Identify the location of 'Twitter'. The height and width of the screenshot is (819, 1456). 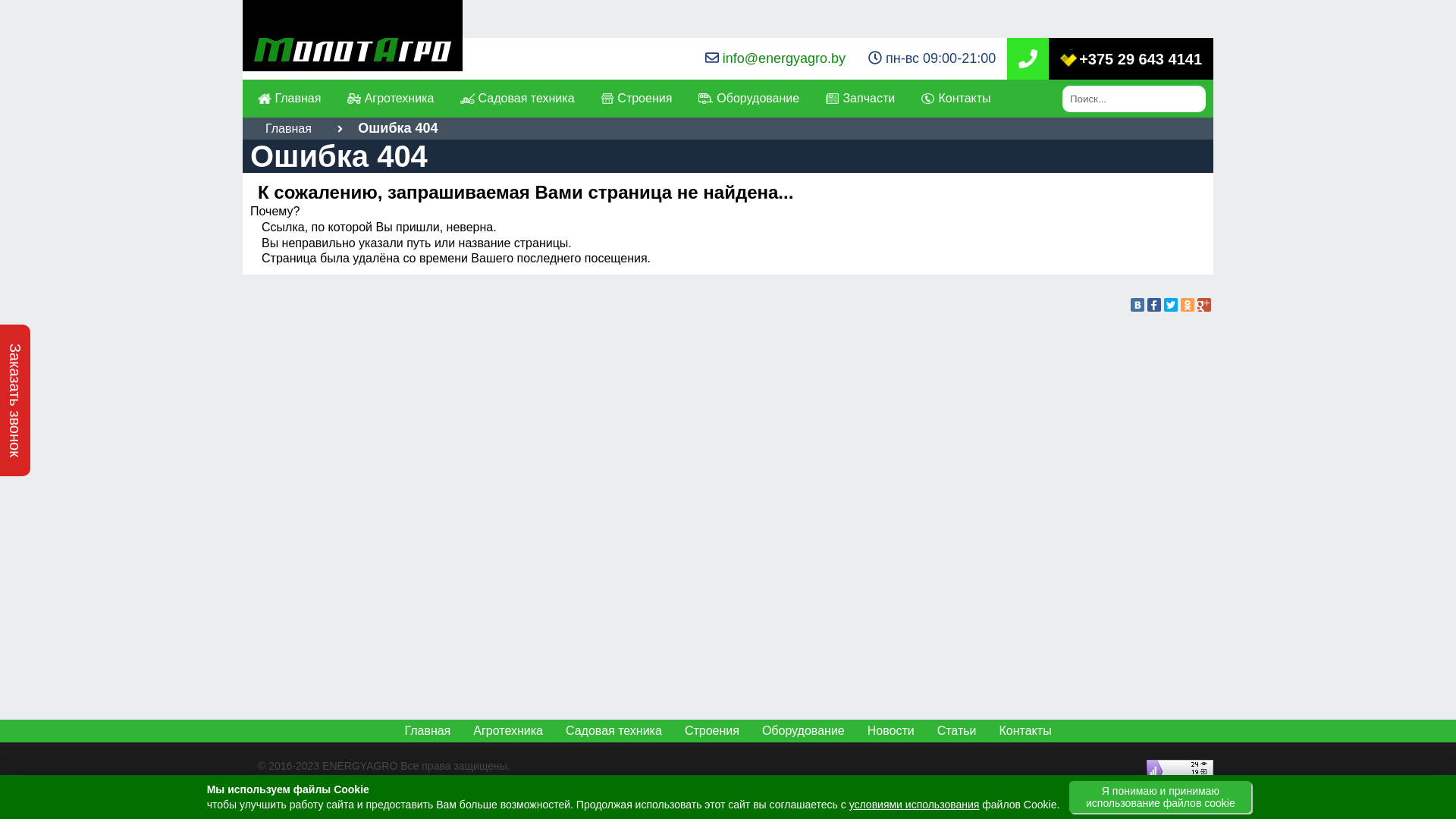
(1170, 304).